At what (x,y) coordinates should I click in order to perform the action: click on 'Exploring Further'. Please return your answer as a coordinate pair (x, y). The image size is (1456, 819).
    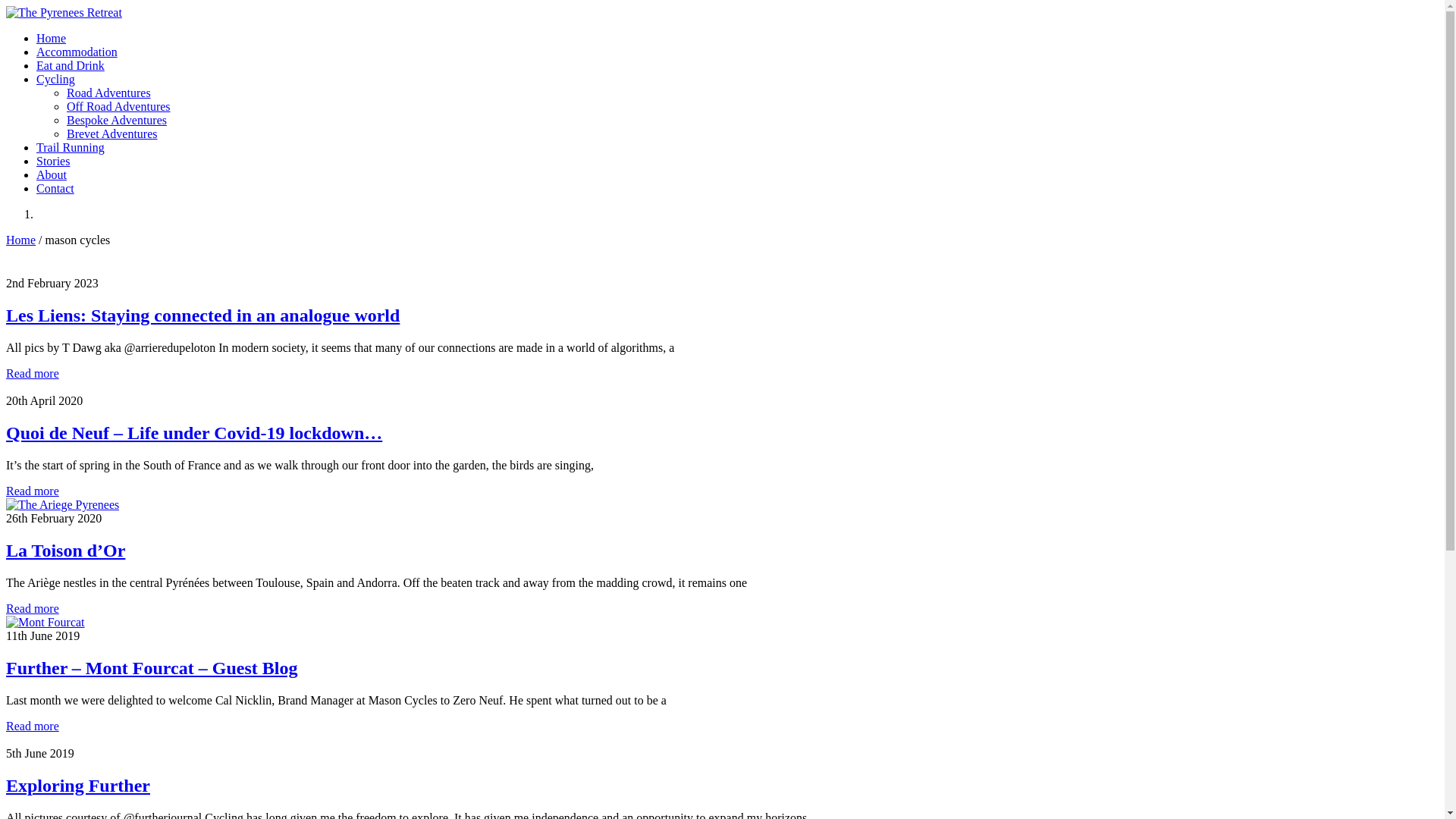
    Looking at the image, I should click on (77, 785).